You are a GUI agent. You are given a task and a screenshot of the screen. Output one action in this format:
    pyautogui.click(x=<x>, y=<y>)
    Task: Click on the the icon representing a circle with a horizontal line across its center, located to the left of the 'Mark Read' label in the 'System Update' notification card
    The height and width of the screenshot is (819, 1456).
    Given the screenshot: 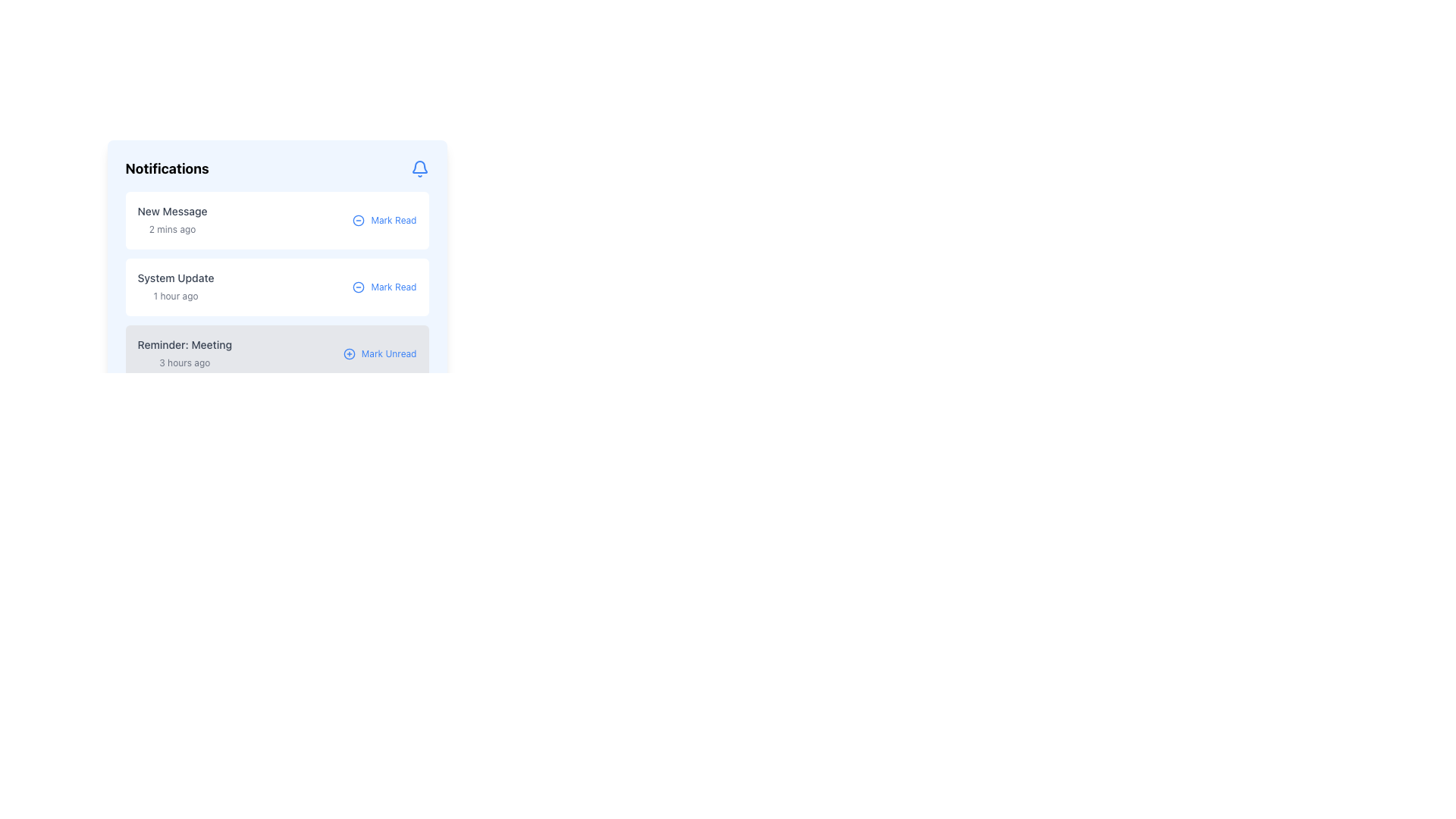 What is the action you would take?
    pyautogui.click(x=358, y=287)
    